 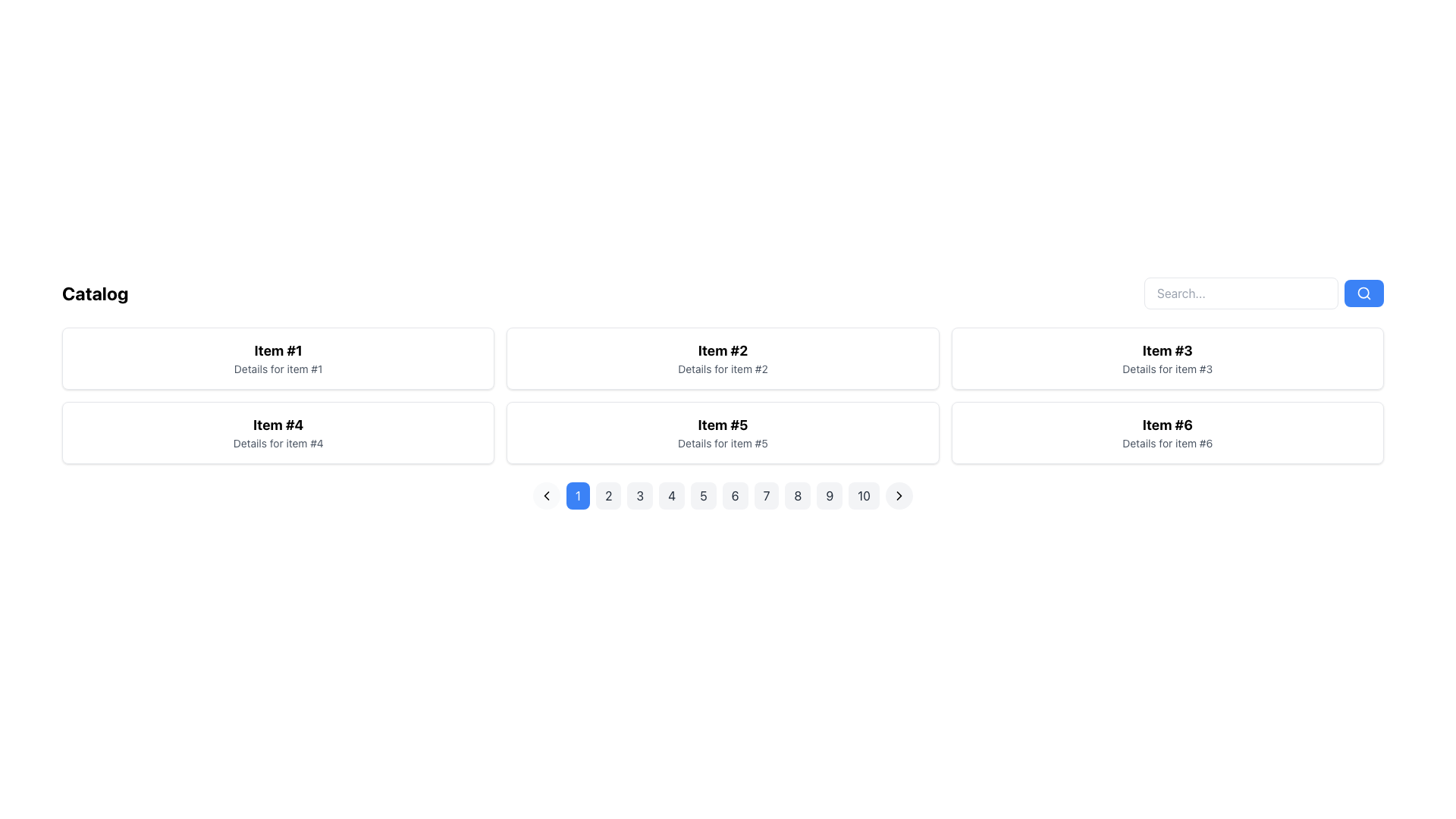 I want to click on the search button located to the right of the search input field, which triggers a search action when clicked, so click(x=1364, y=293).